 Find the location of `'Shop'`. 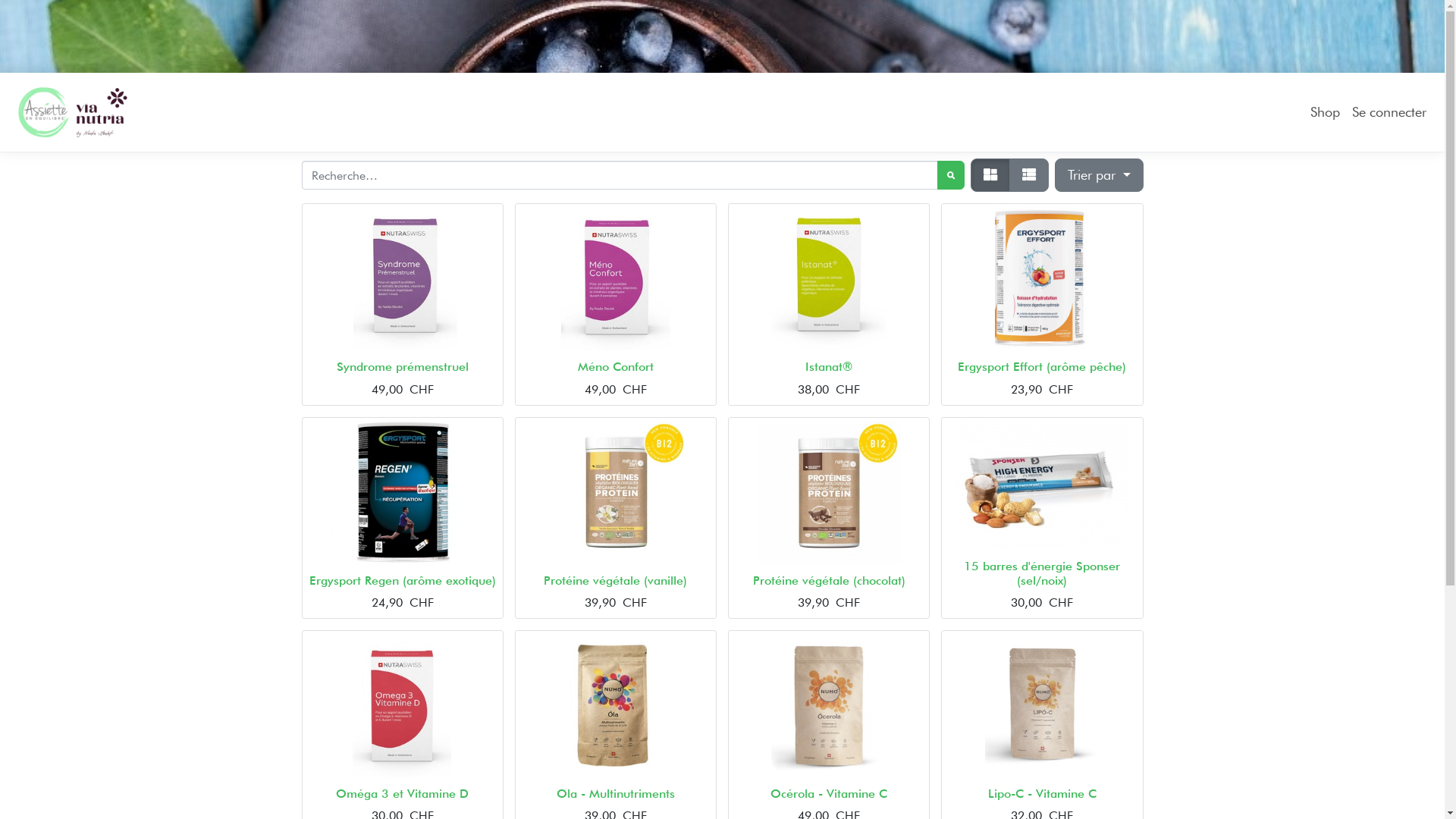

'Shop' is located at coordinates (1324, 111).